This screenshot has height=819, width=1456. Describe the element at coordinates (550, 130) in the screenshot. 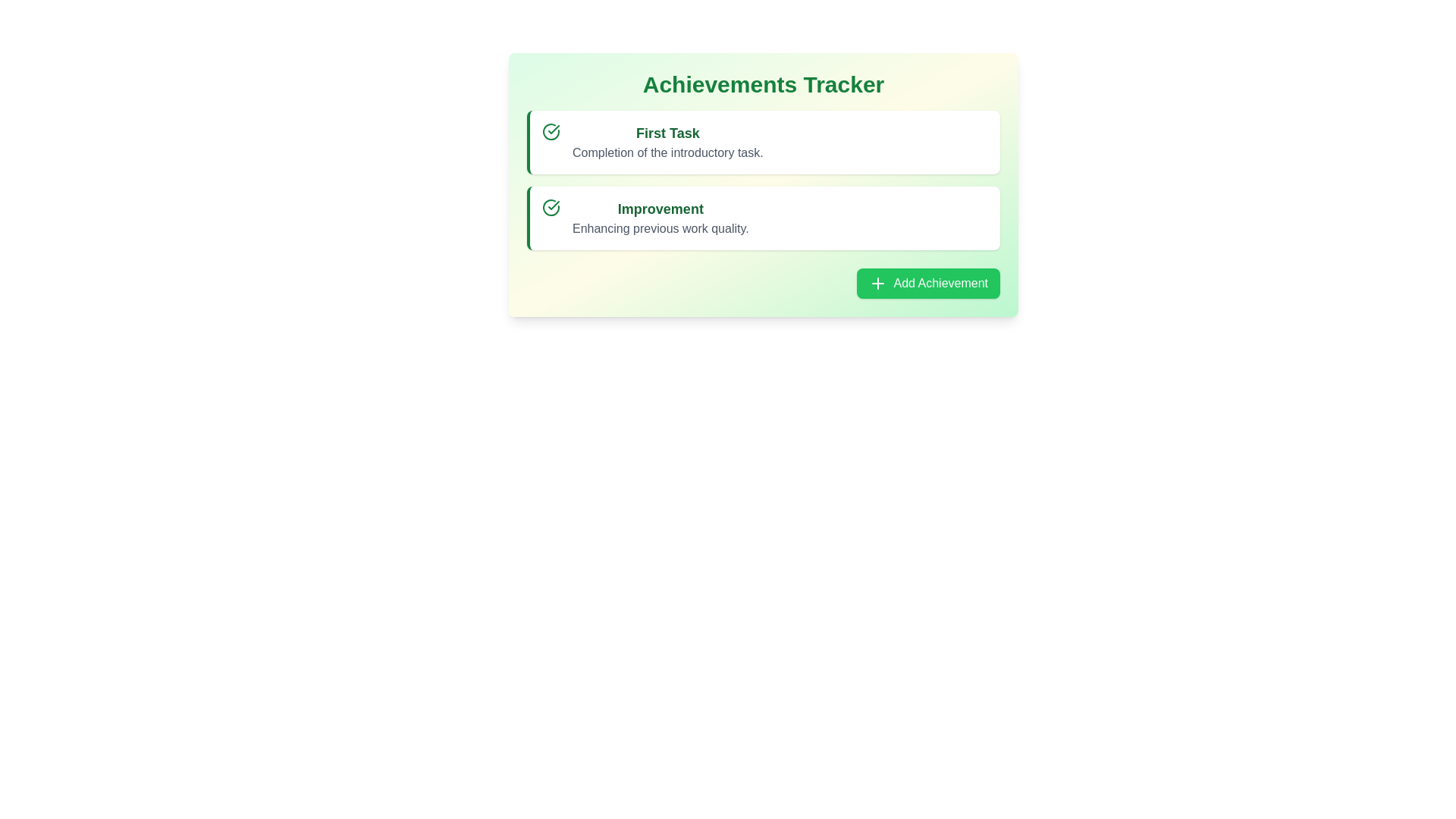

I see `the completed status indicator icon for the 'First Task' entry located in the 'Achievements Tracker' interface, to the left of the text content of the card` at that location.